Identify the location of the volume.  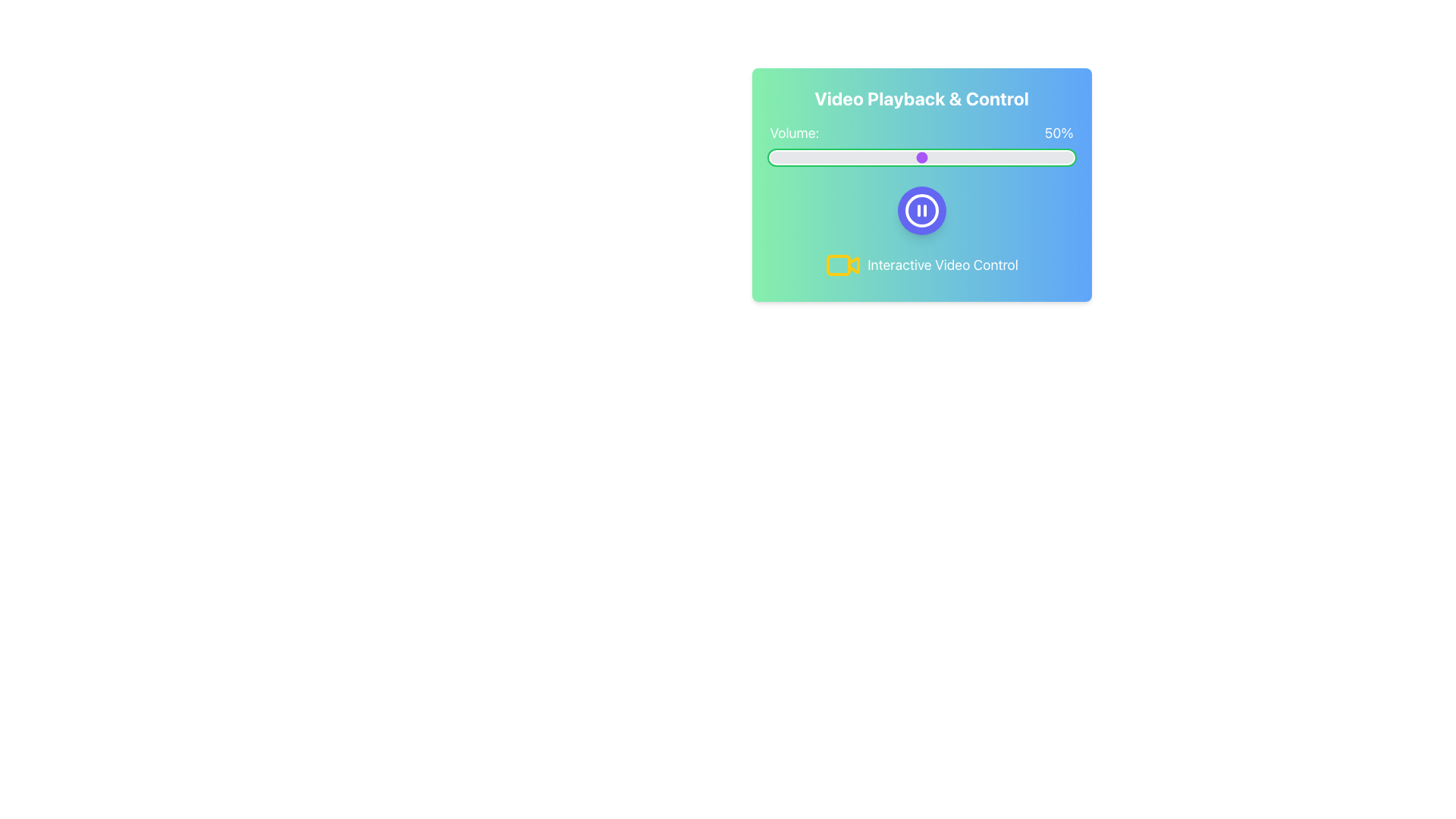
(994, 158).